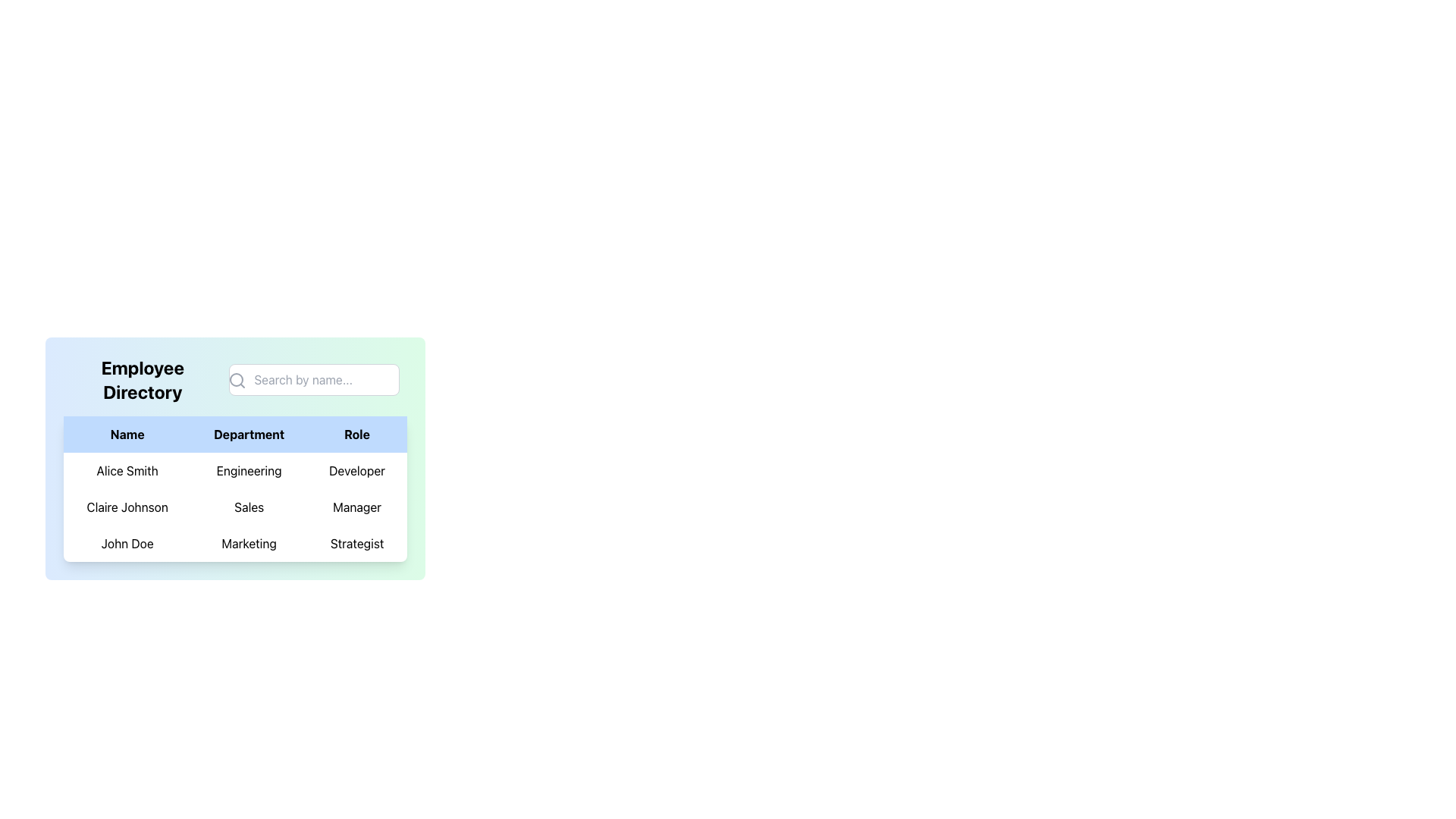  I want to click on the third row of the table containing 'John Doe', 'Marketing', and 'Strategist', which is the last row in the table, so click(234, 543).